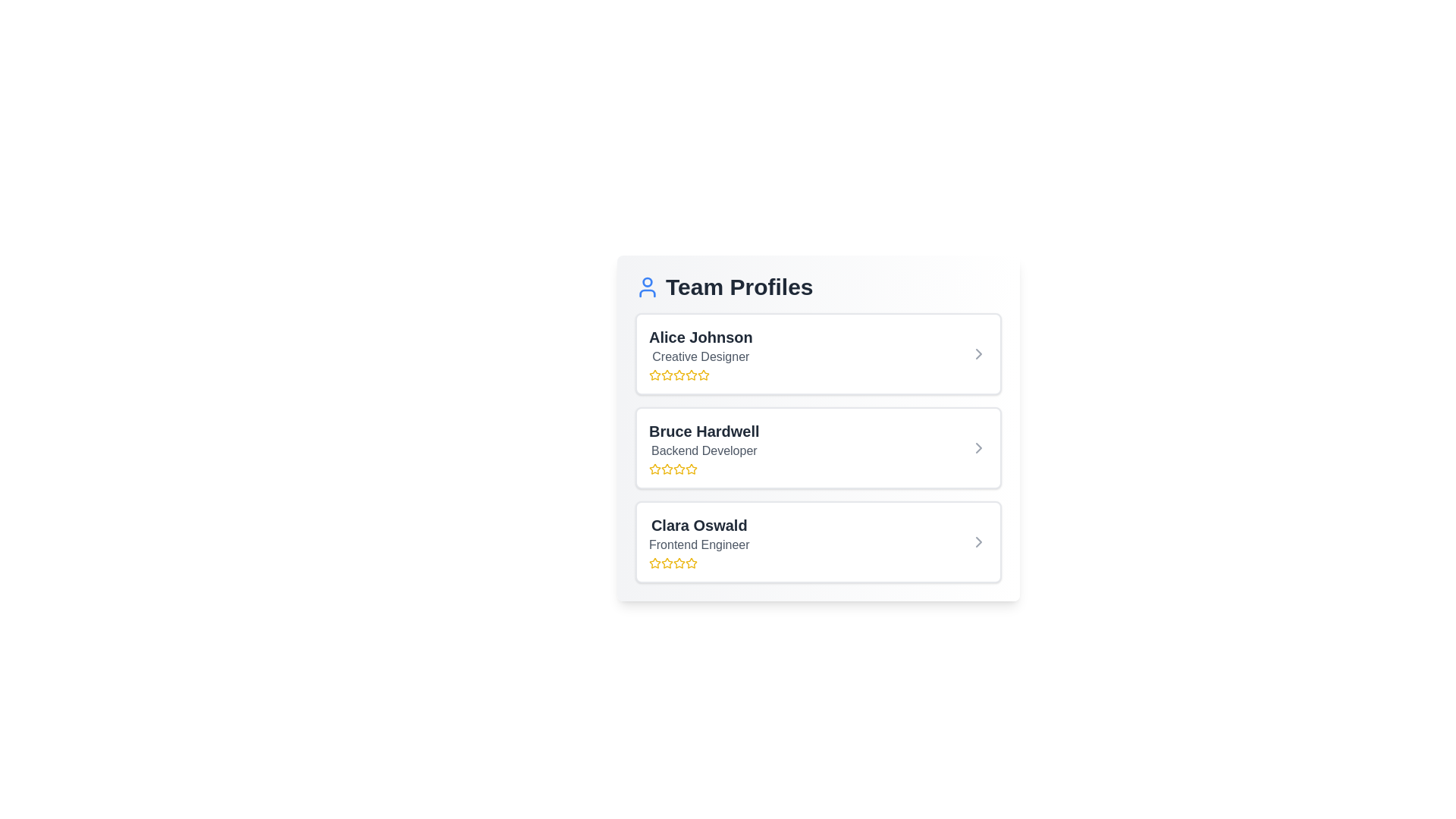 This screenshot has height=819, width=1456. What do you see at coordinates (667, 375) in the screenshot?
I see `the rating to 2 stars by clicking on the corresponding star` at bounding box center [667, 375].